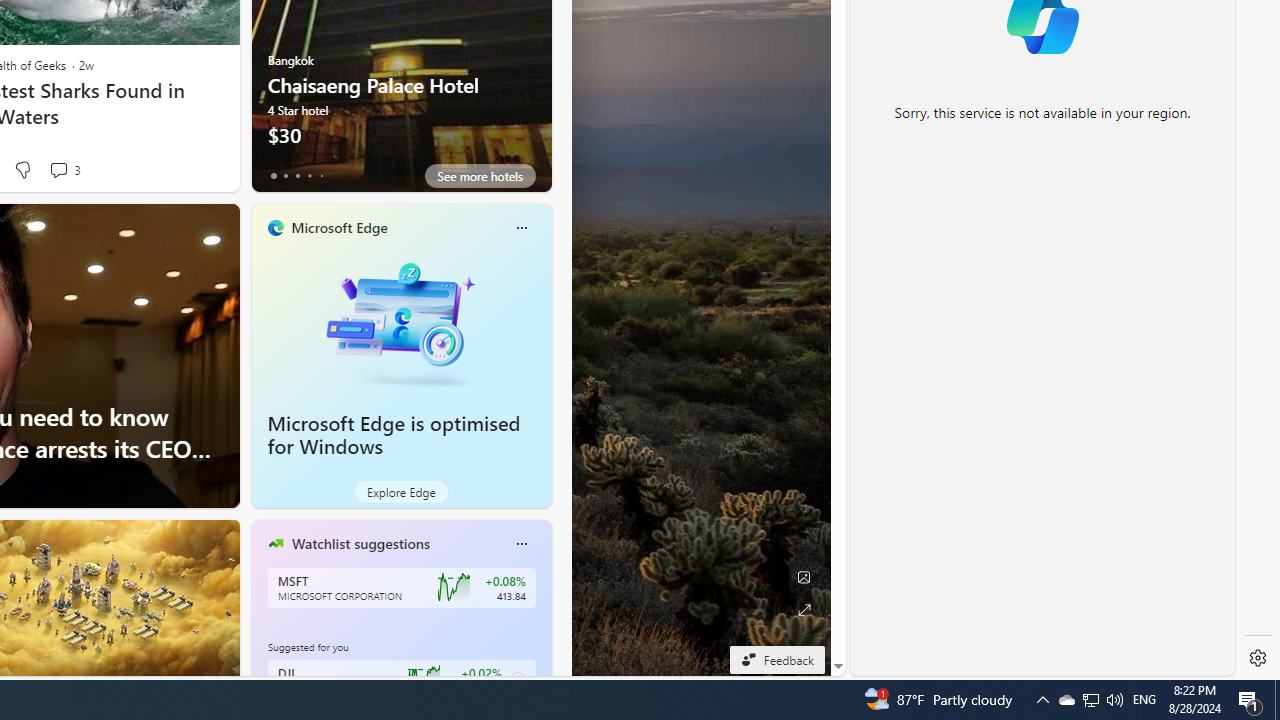  What do you see at coordinates (64, 169) in the screenshot?
I see `'View comments 3 Comment'` at bounding box center [64, 169].